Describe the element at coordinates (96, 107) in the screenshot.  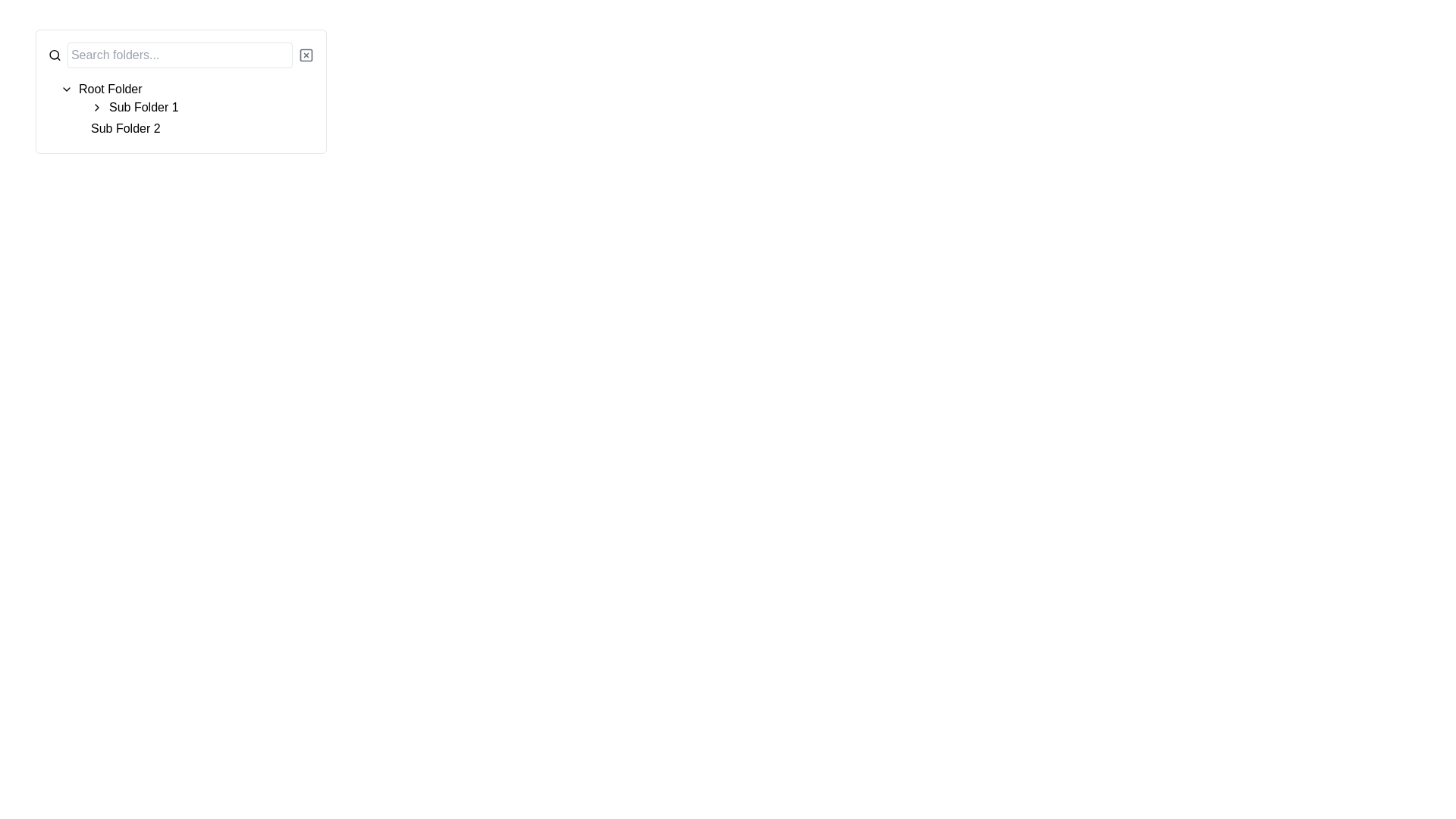
I see `the right-pointing chevron icon located to the left of 'Sub Folder 1'` at that location.